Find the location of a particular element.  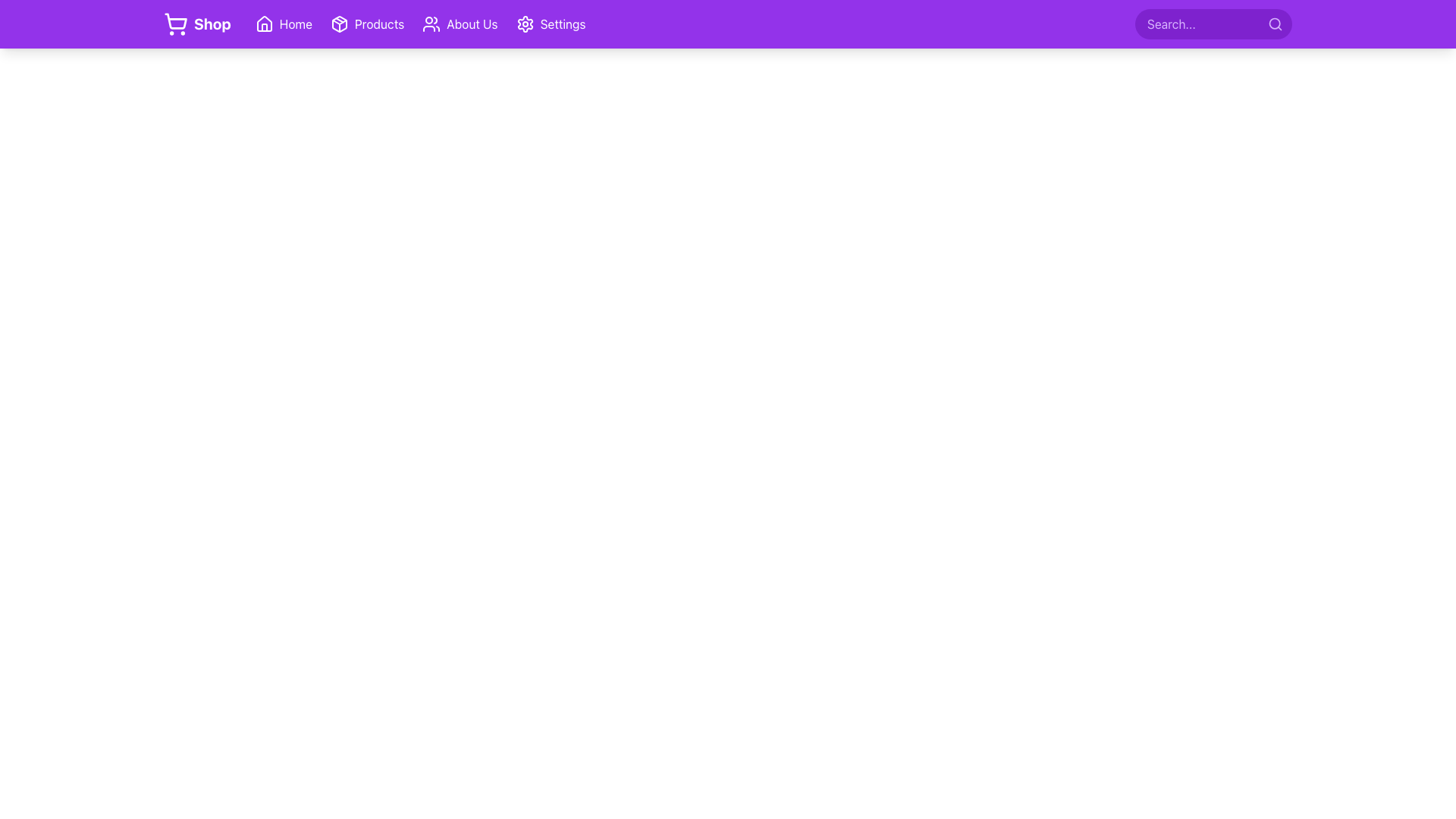

the 'About Us' icon located in the top navigation bar, which visually represents the 'About Us' section and is positioned to the left of the 'About Us' text is located at coordinates (431, 24).